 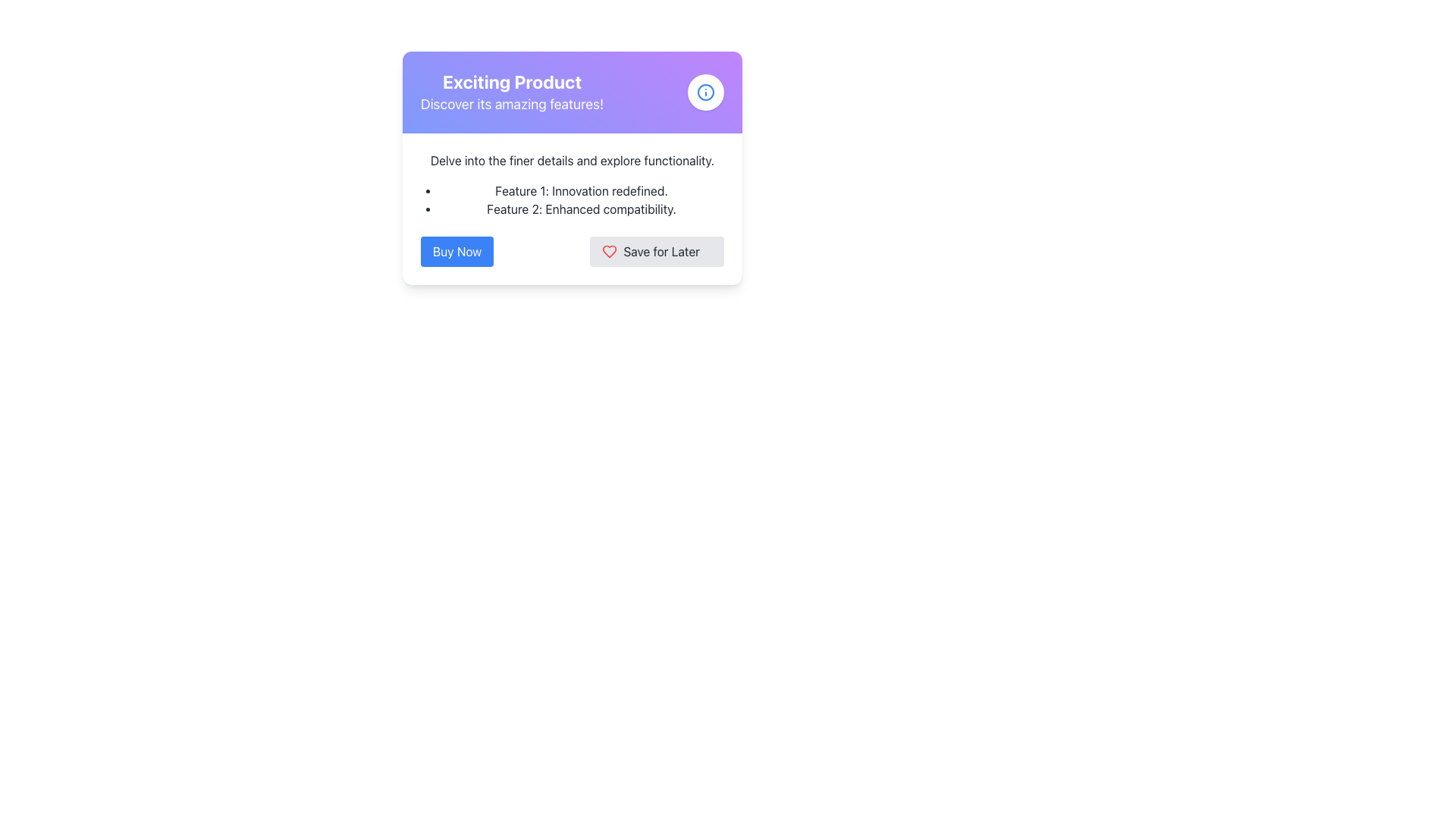 What do you see at coordinates (705, 93) in the screenshot?
I see `the informational icon located in the top-right corner of the purple header section of the card, aligned with the title 'Exciting Product'` at bounding box center [705, 93].